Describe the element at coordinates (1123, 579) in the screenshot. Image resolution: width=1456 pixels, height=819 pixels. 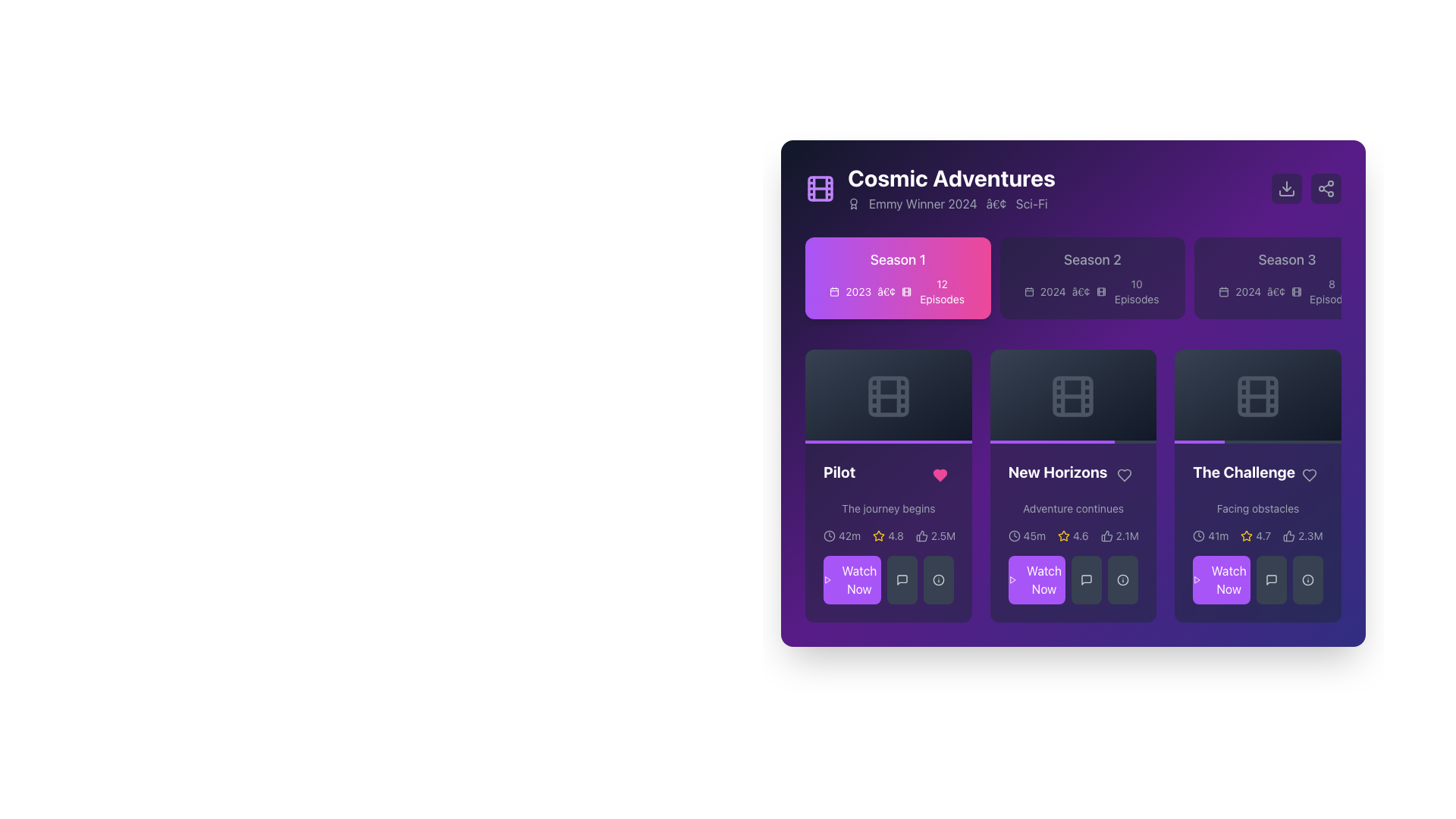
I see `the information icon button located in the bottom-right of 'The Challenge' item box` at that location.